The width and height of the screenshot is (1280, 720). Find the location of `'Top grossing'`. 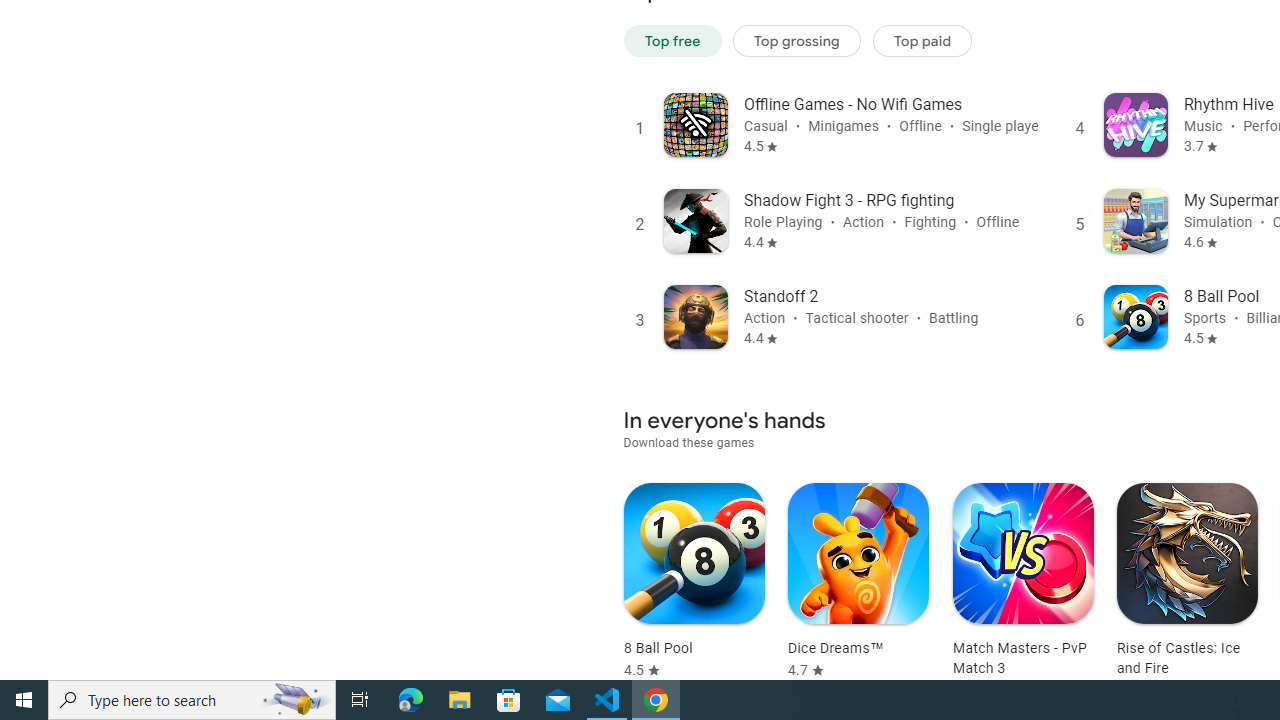

'Top grossing' is located at coordinates (796, 40).